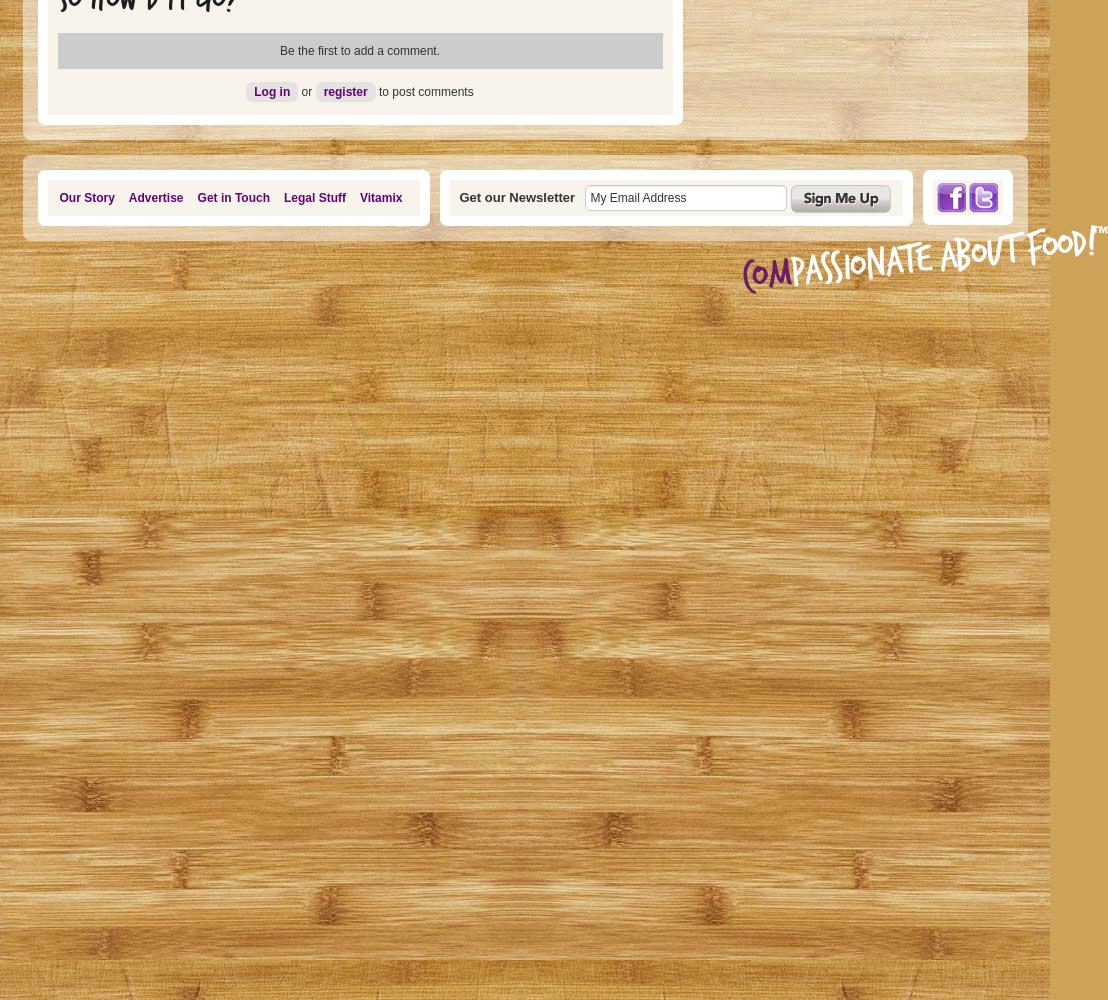  What do you see at coordinates (358, 51) in the screenshot?
I see `'Be the first to add a comment.'` at bounding box center [358, 51].